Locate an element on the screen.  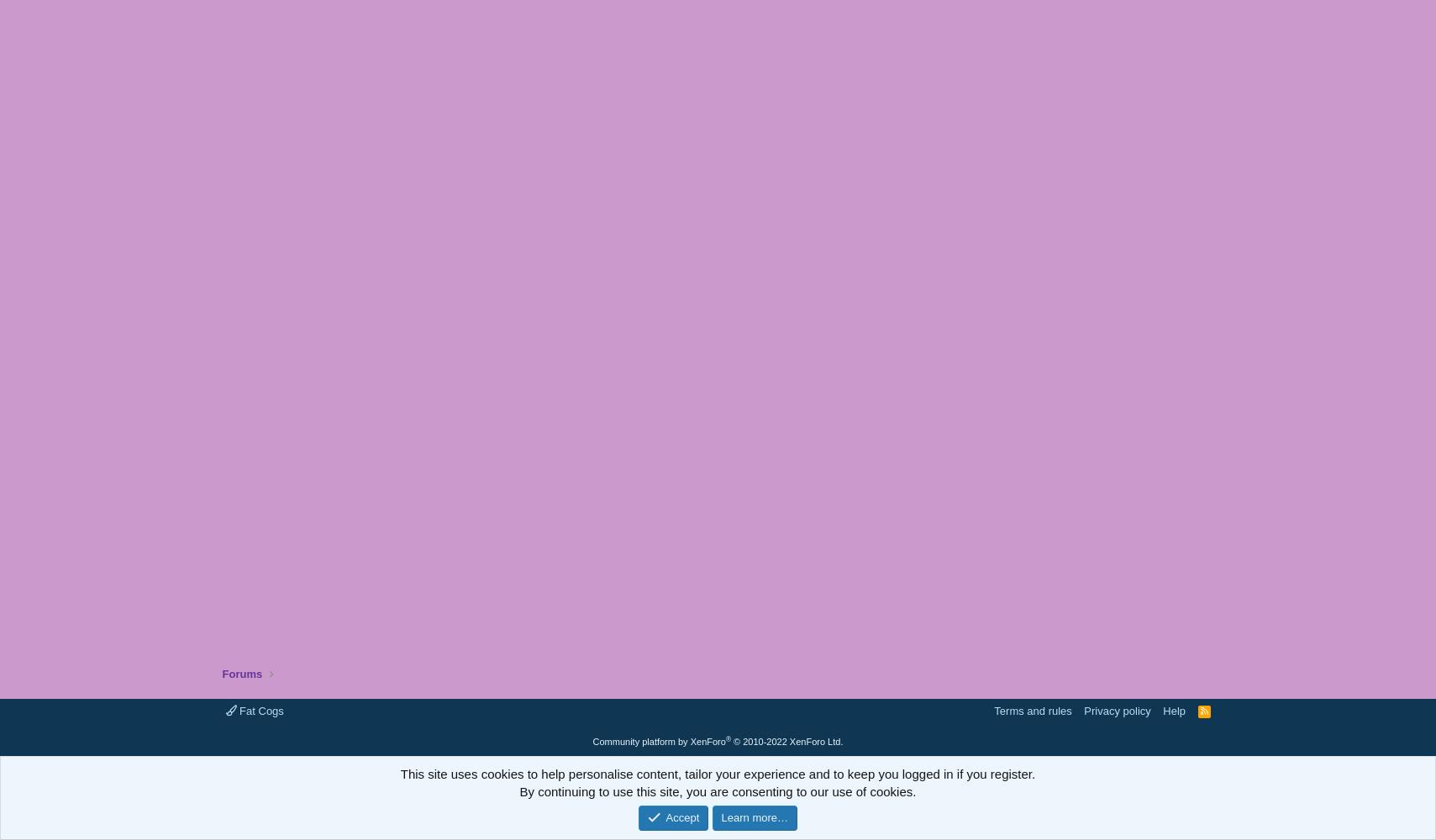
'Terms and rules' is located at coordinates (1032, 710).